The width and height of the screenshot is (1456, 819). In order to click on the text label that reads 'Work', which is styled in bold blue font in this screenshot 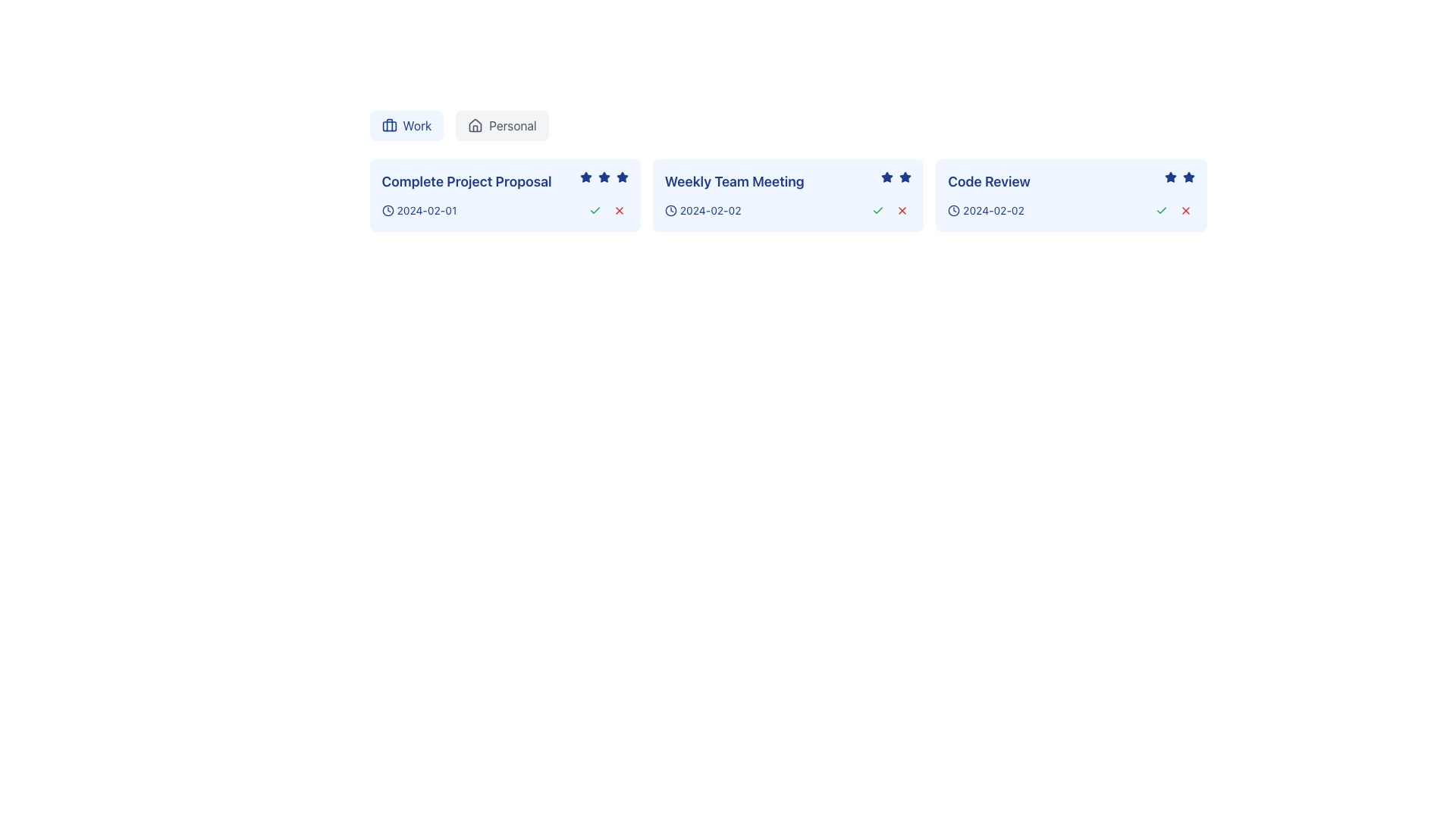, I will do `click(417, 124)`.